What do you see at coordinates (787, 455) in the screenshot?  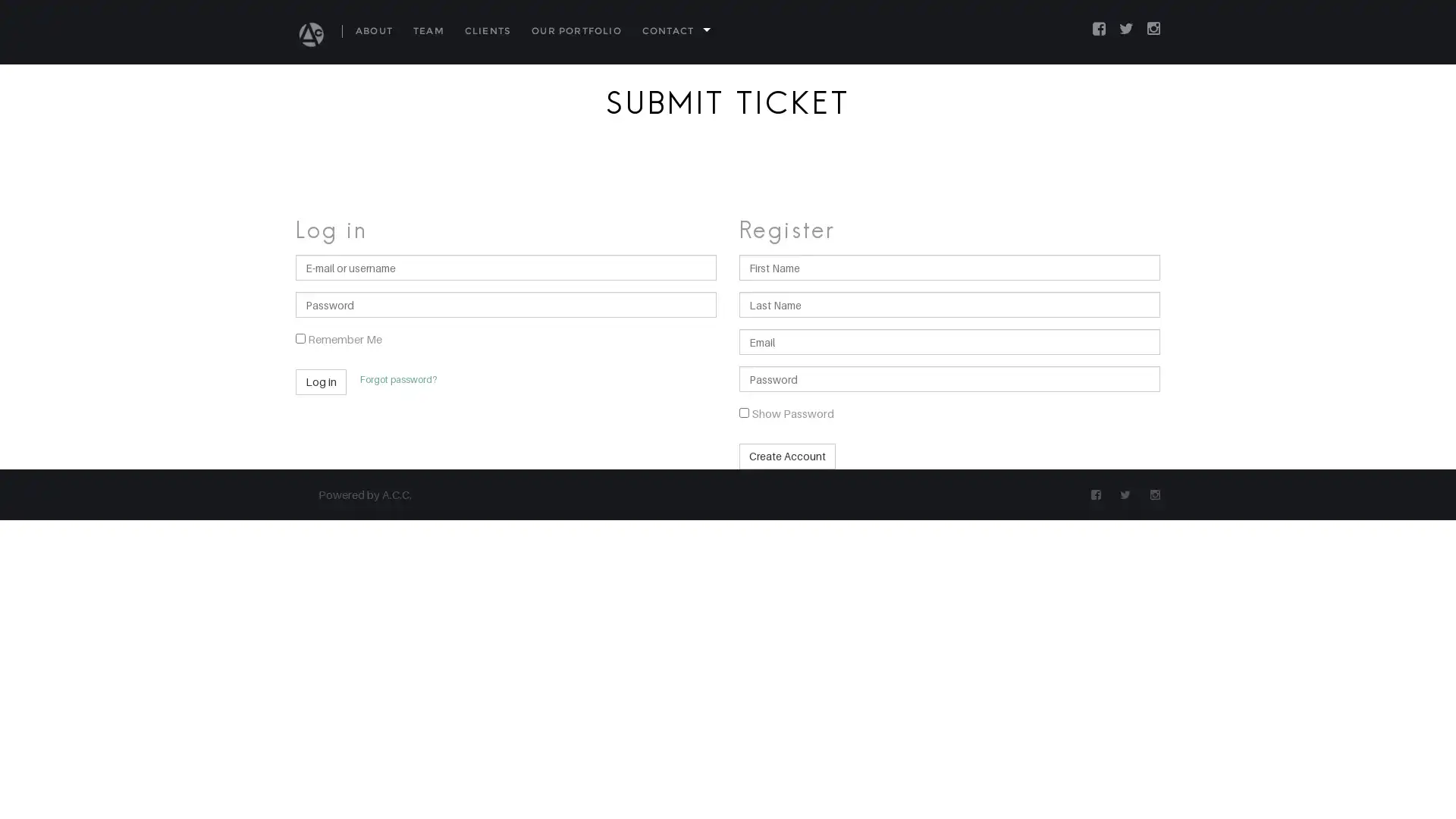 I see `Create Account` at bounding box center [787, 455].